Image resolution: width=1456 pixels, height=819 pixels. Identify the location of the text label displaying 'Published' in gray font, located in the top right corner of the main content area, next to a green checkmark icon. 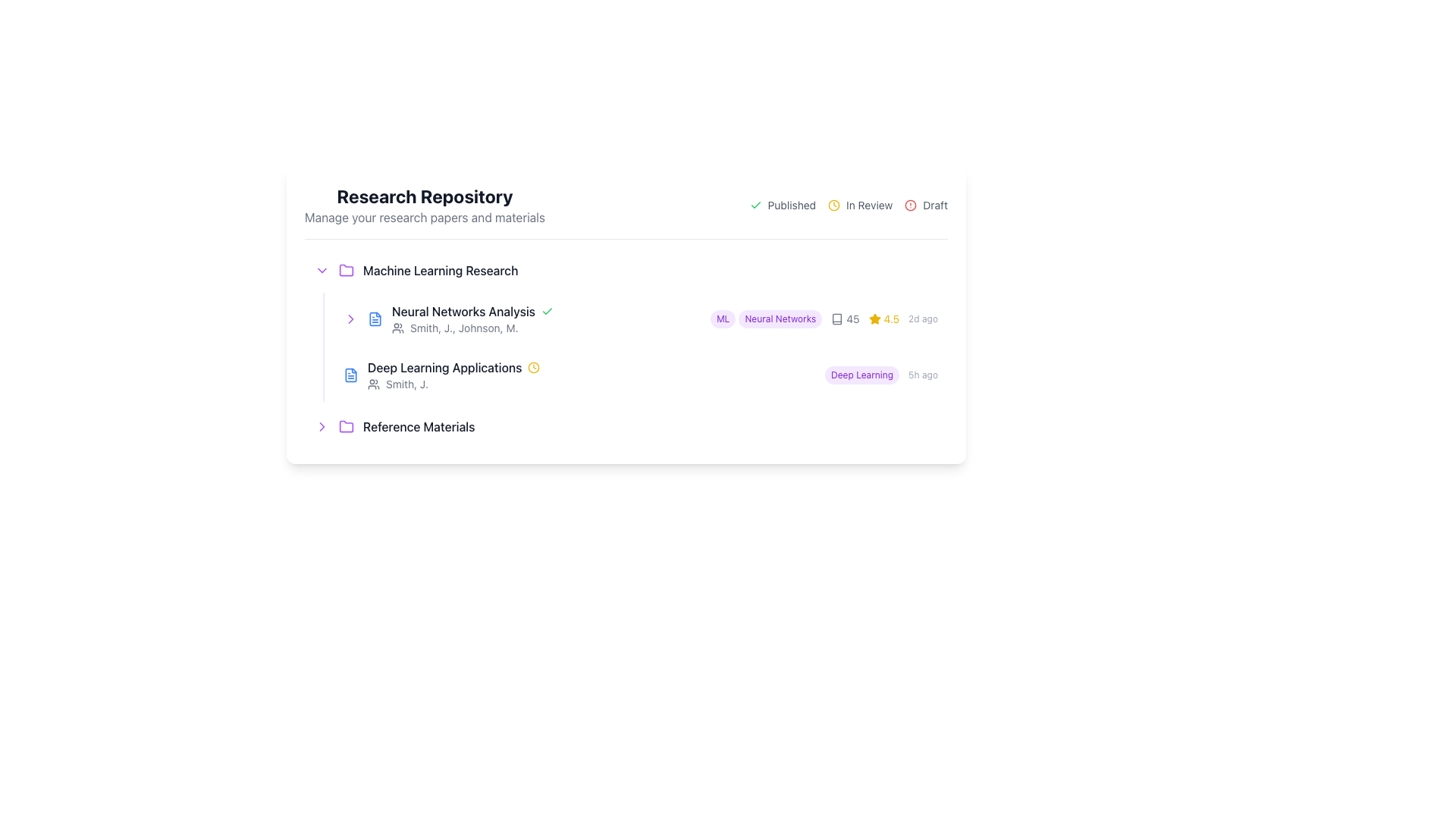
(791, 205).